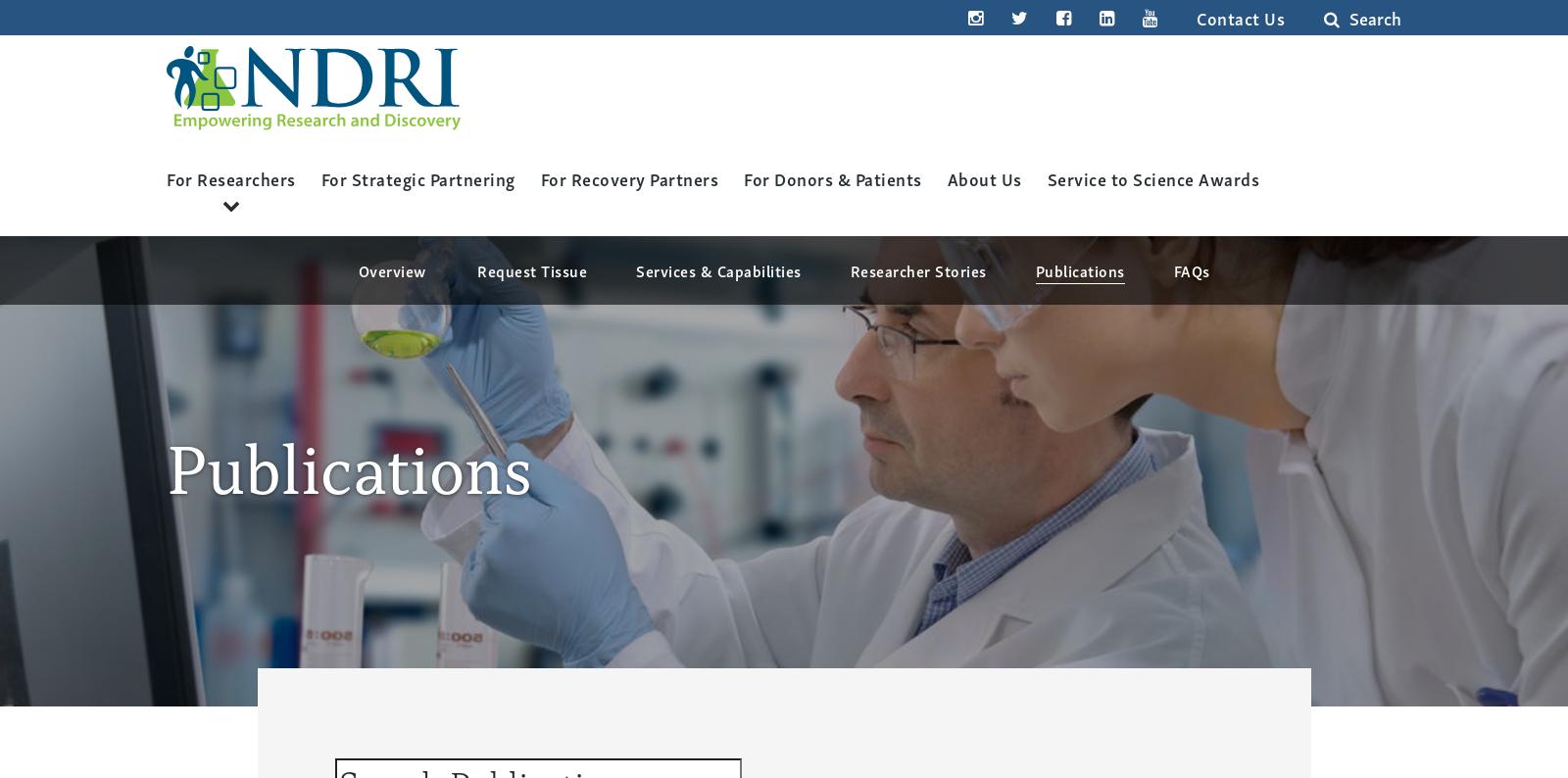 The width and height of the screenshot is (1568, 778). I want to click on 'FAQs', so click(1190, 267).